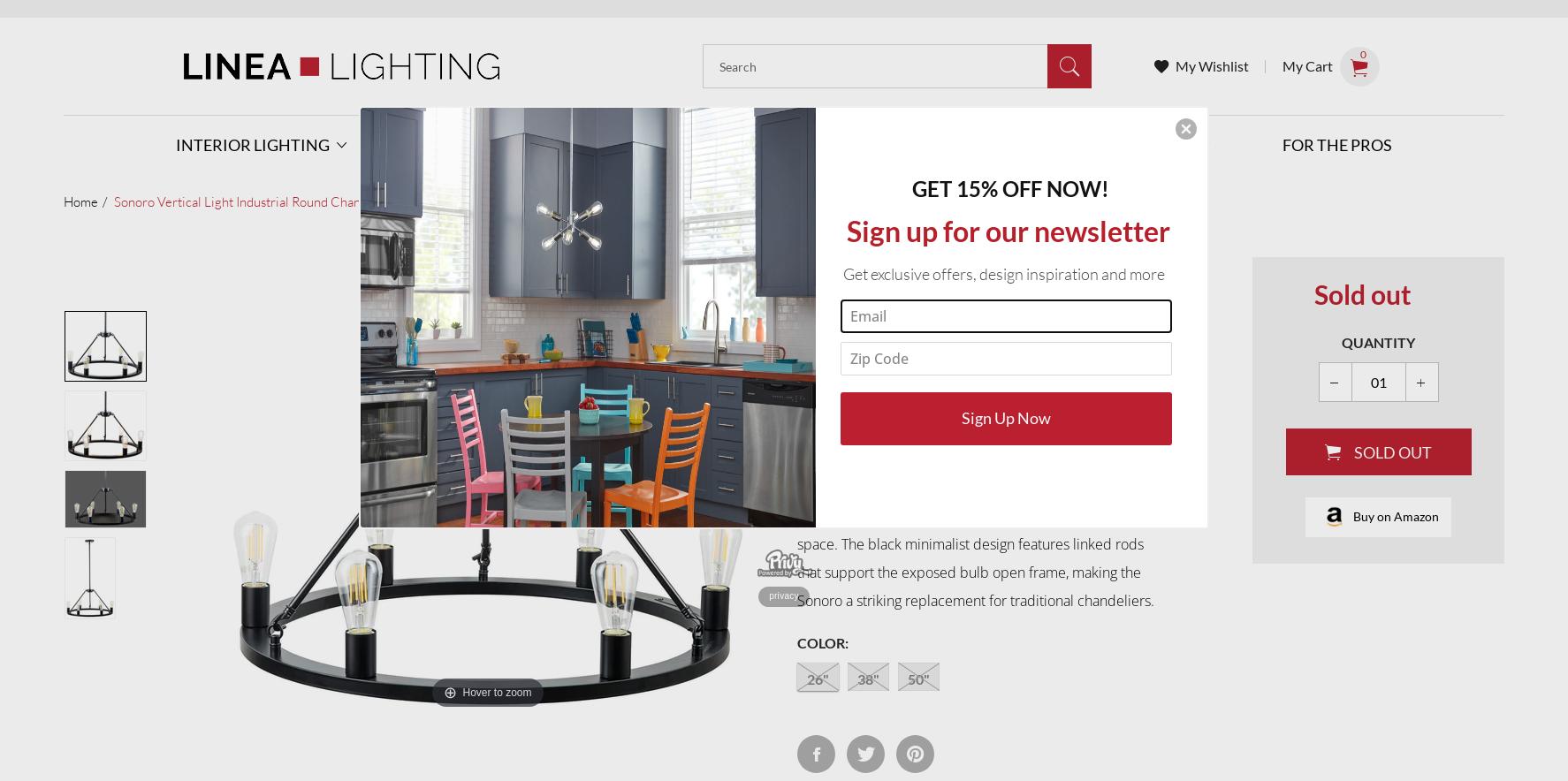 The width and height of the screenshot is (1568, 781). What do you see at coordinates (1166, 292) in the screenshot?
I see `'Room designs'` at bounding box center [1166, 292].